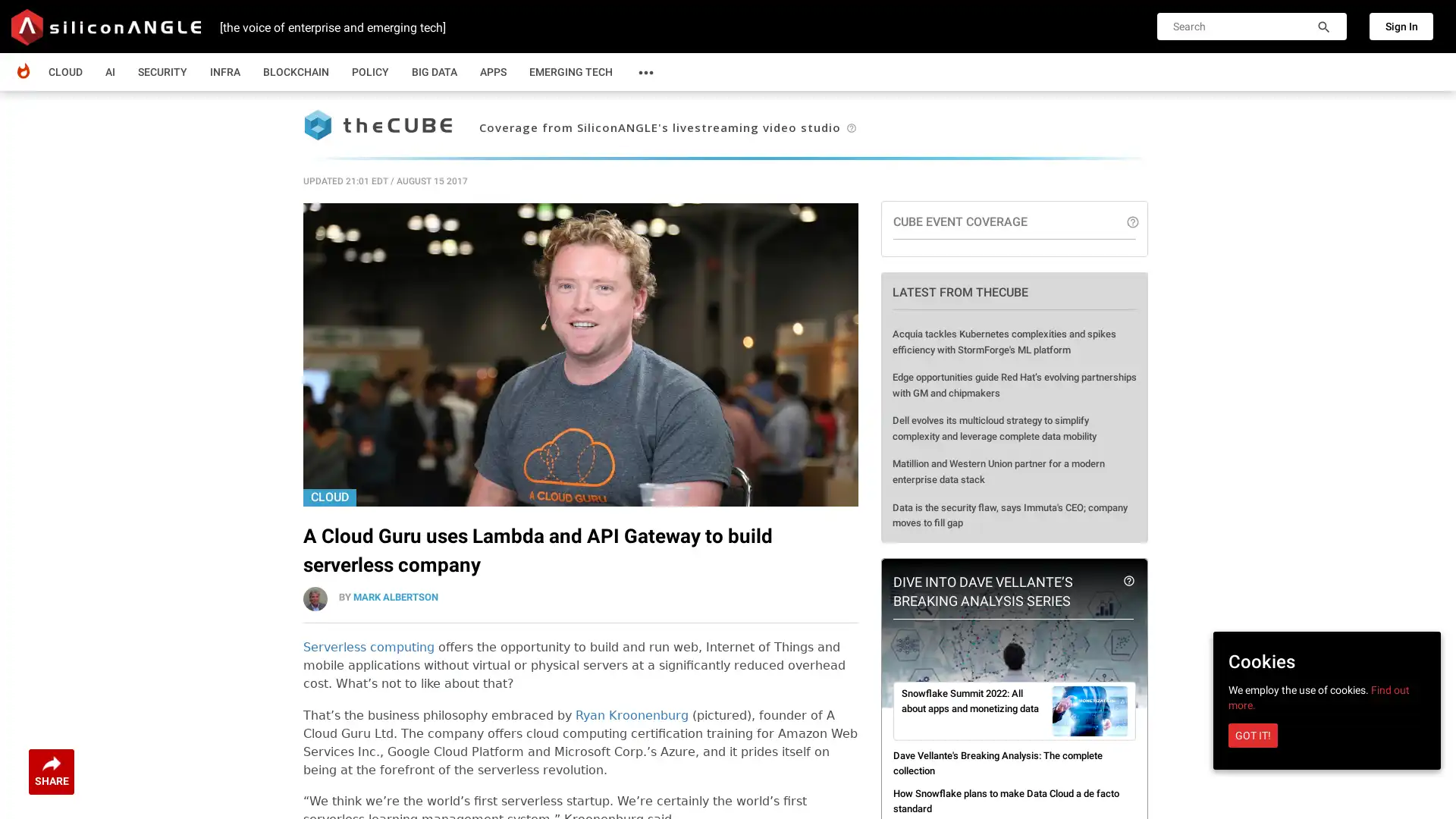 The image size is (1456, 819). What do you see at coordinates (1253, 734) in the screenshot?
I see `GOT IT!` at bounding box center [1253, 734].